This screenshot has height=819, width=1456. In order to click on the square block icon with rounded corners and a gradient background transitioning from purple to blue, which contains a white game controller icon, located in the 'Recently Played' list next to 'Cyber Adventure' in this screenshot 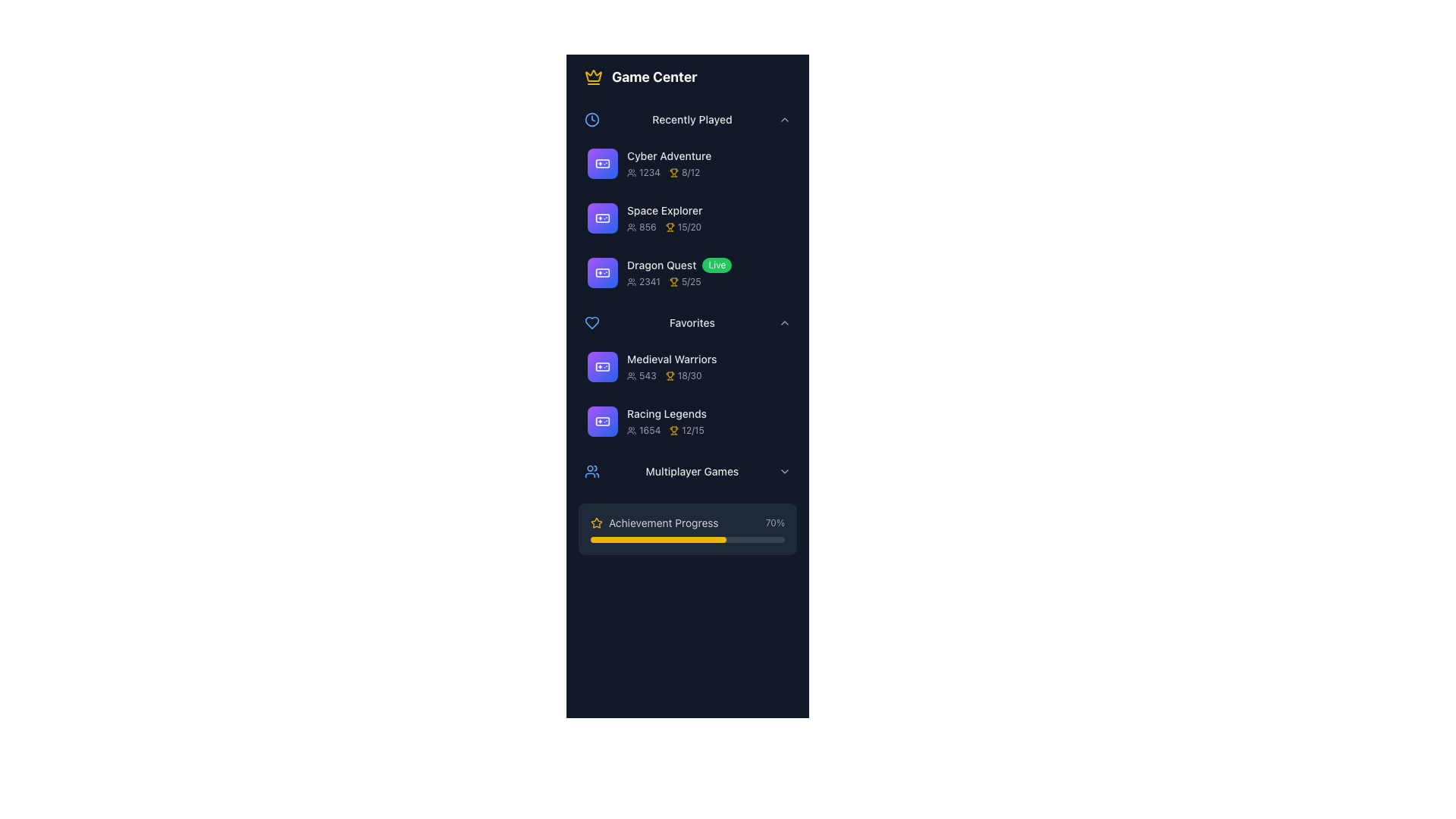, I will do `click(602, 164)`.